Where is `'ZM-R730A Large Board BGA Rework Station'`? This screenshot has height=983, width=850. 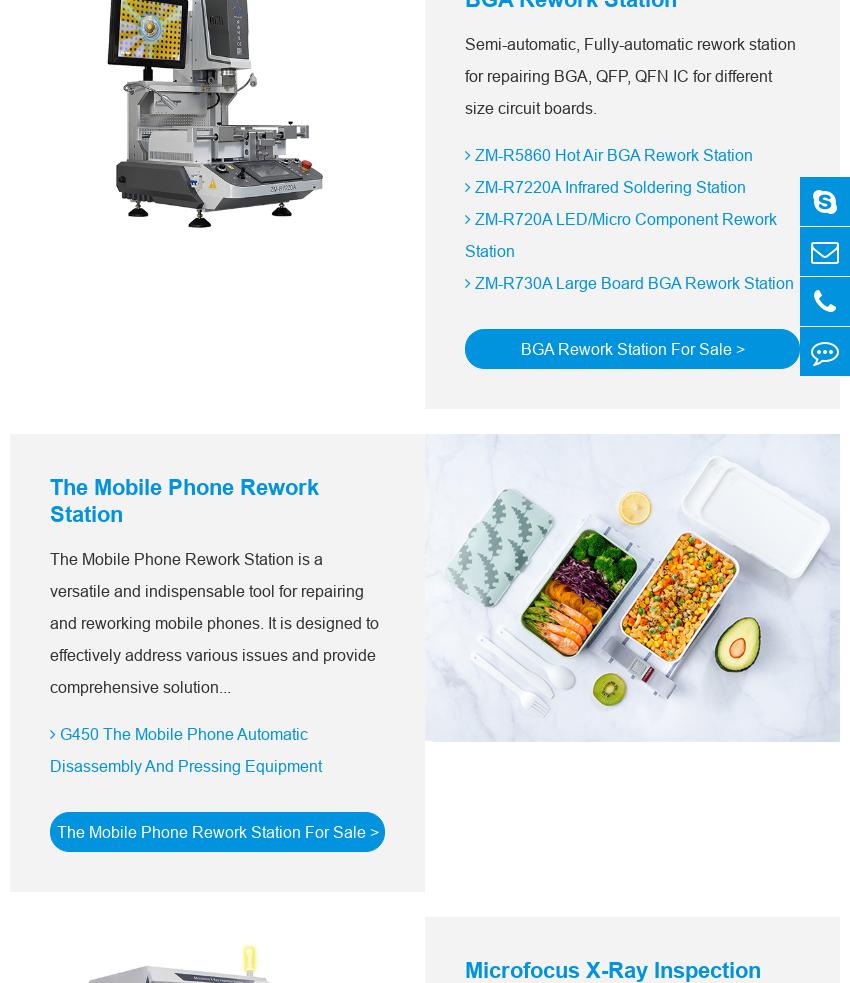 'ZM-R730A Large Board BGA Rework Station' is located at coordinates (631, 283).